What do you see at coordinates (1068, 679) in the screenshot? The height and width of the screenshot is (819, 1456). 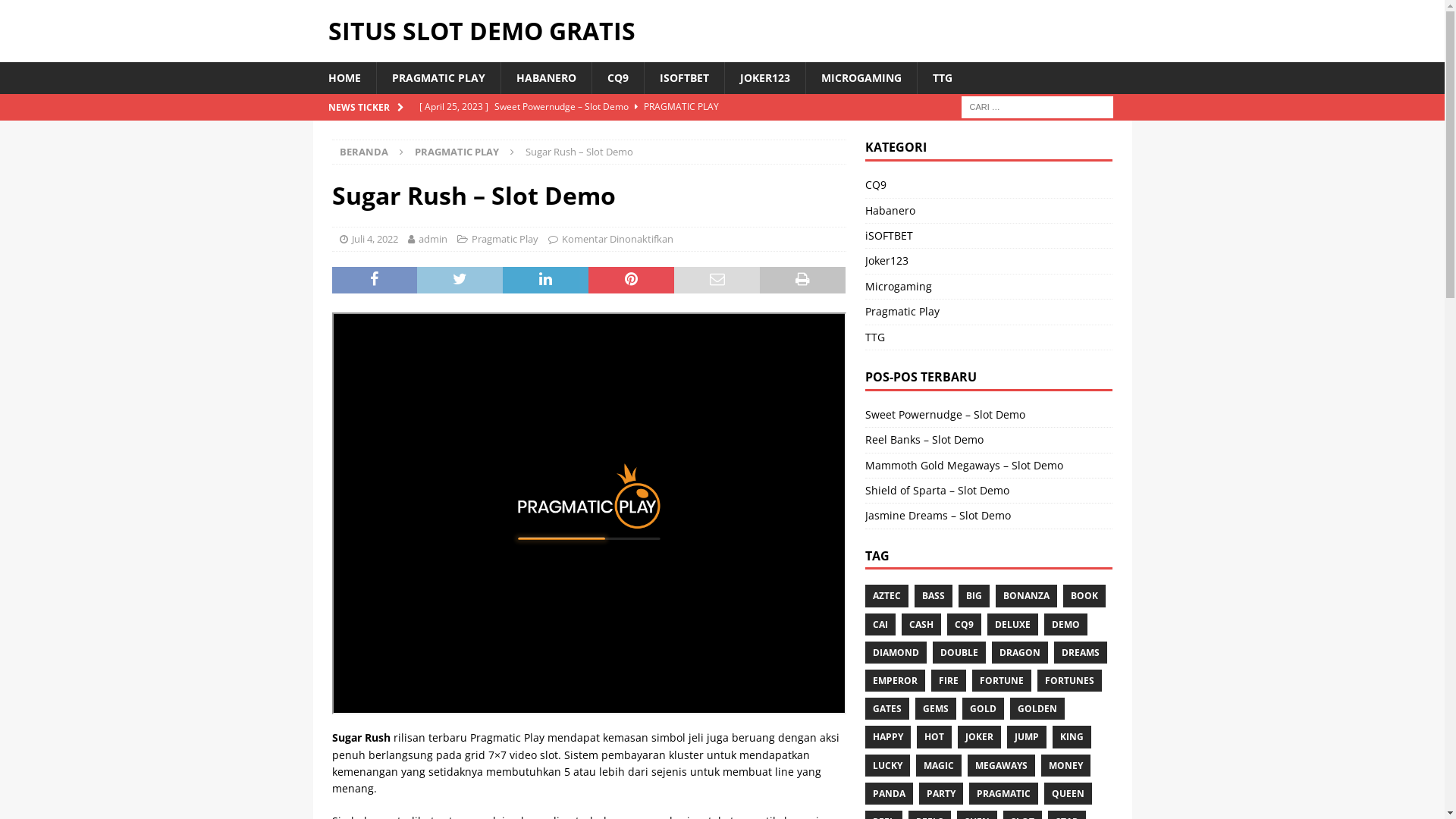 I see `'FORTUNES'` at bounding box center [1068, 679].